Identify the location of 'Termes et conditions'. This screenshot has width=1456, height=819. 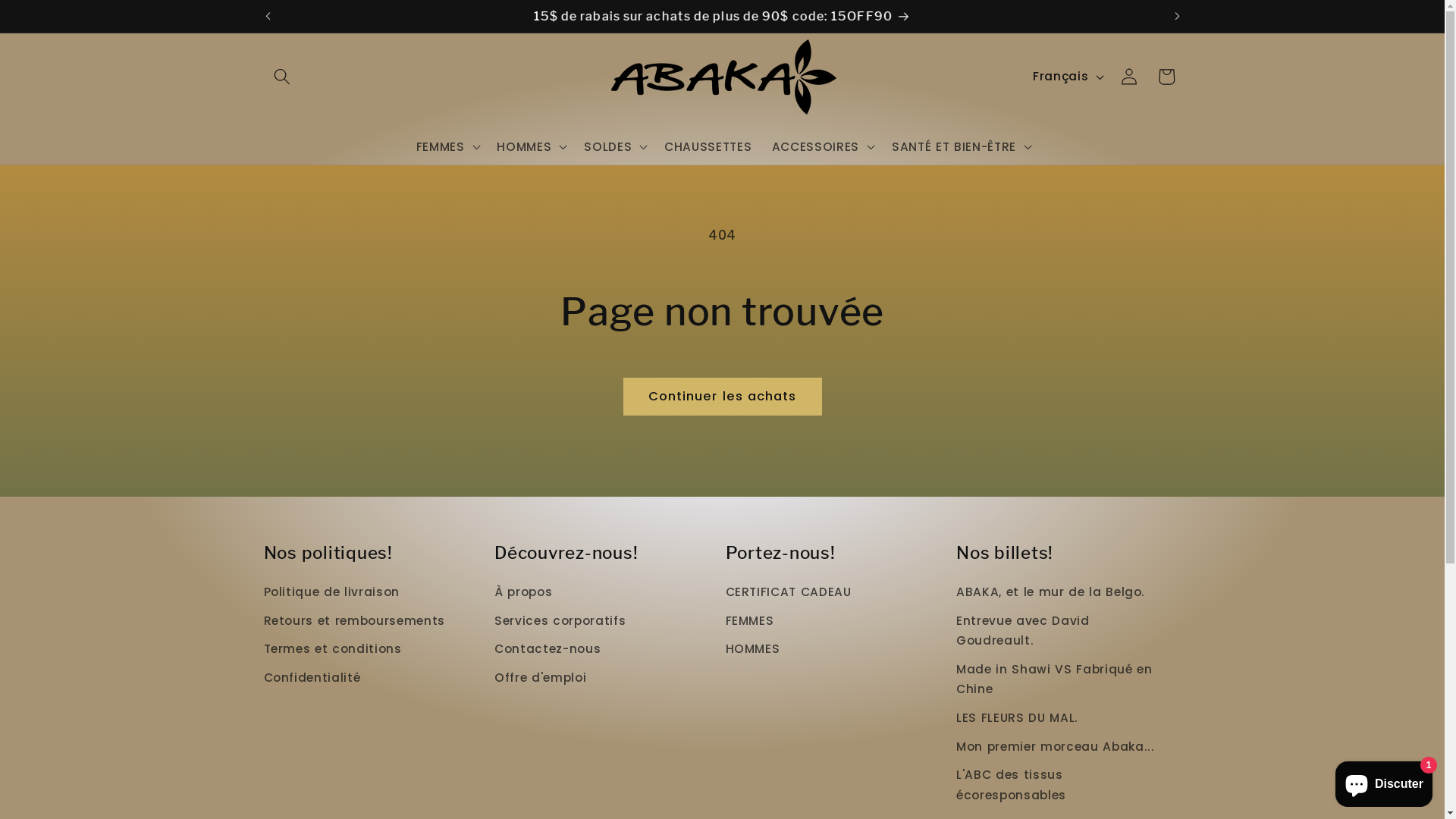
(331, 648).